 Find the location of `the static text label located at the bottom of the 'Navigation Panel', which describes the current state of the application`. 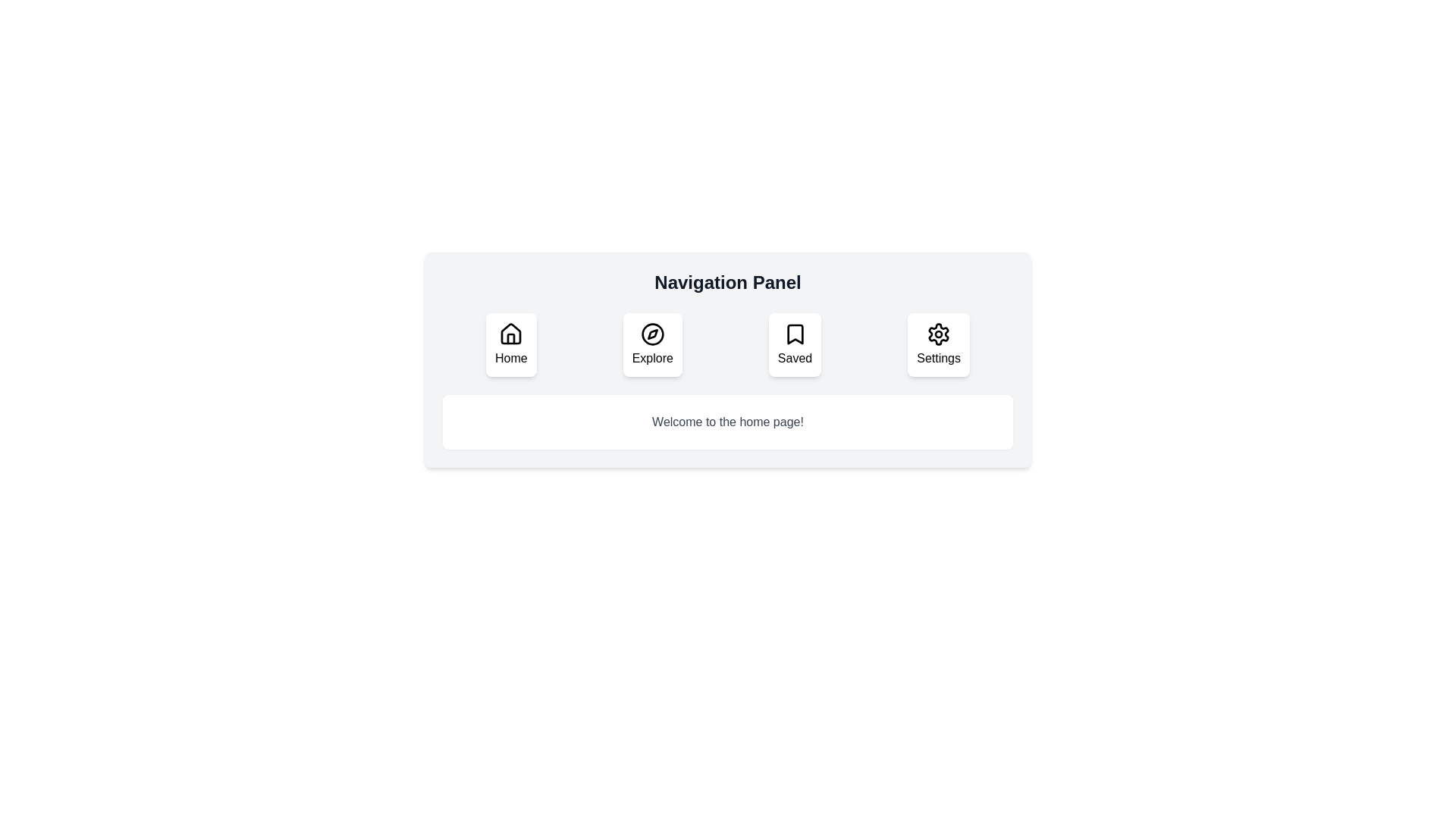

the static text label located at the bottom of the 'Navigation Panel', which describes the current state of the application is located at coordinates (728, 422).